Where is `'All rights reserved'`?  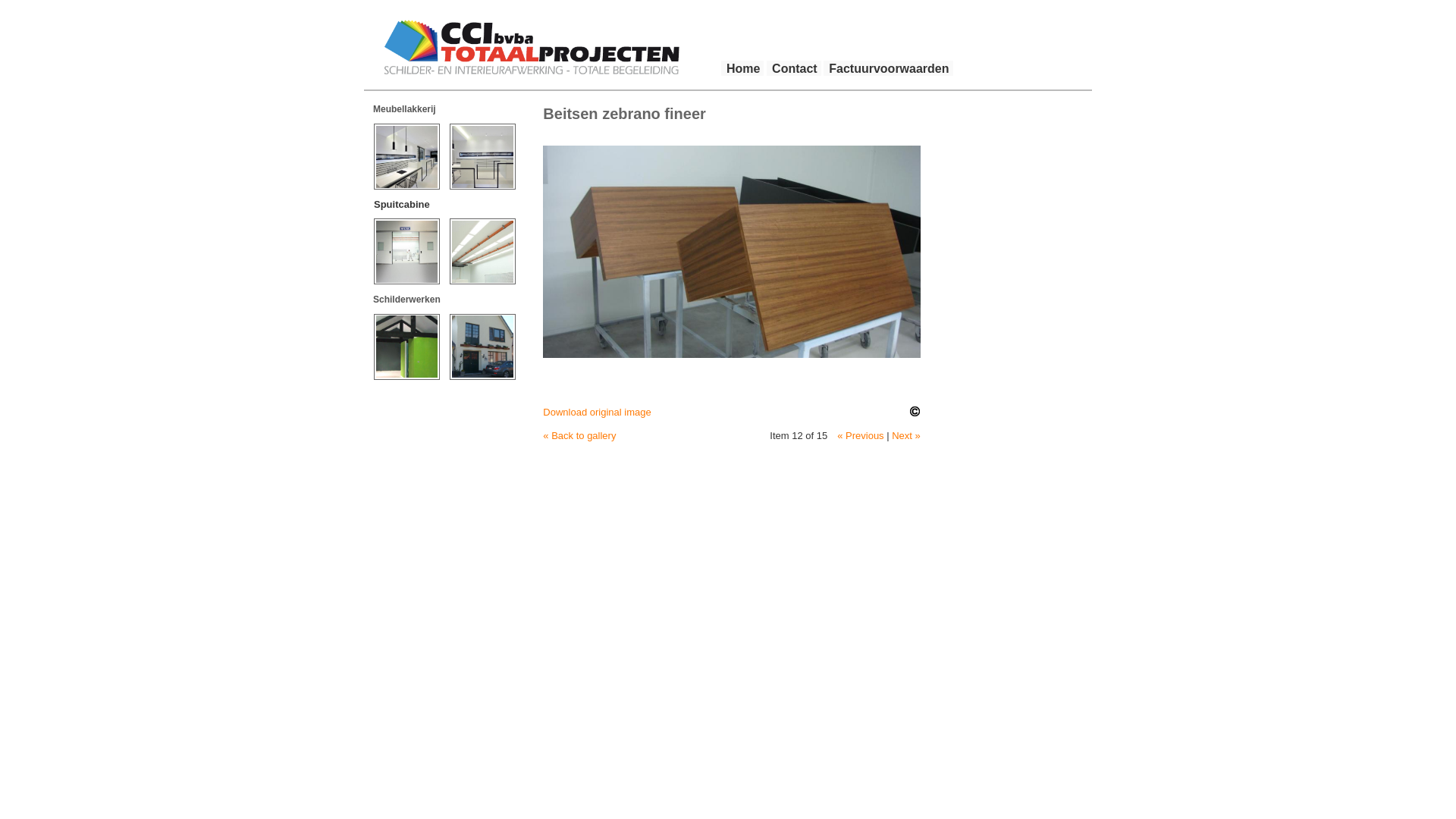 'All rights reserved' is located at coordinates (914, 412).